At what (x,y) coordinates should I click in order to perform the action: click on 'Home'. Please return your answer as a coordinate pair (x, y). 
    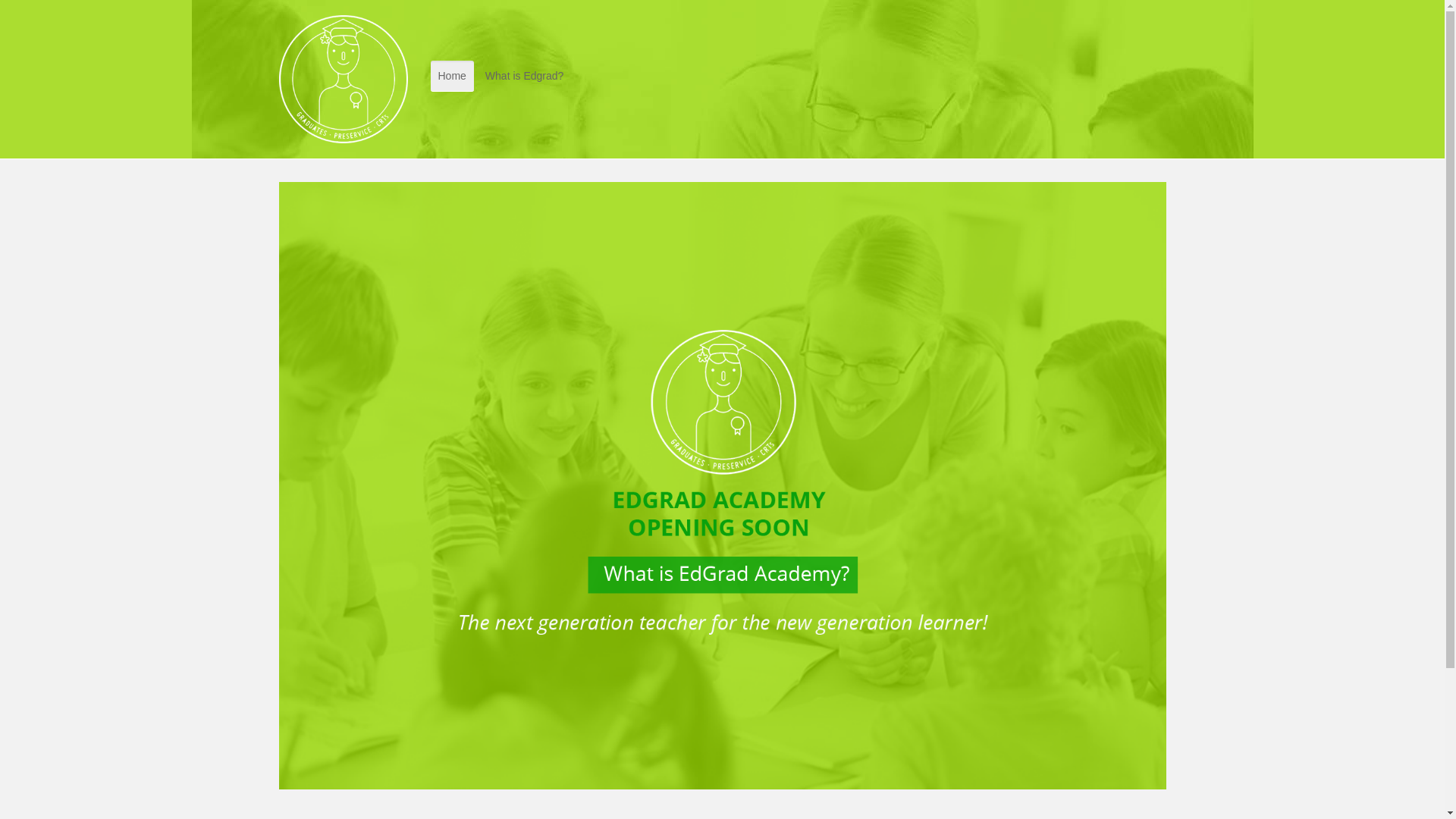
    Looking at the image, I should click on (451, 76).